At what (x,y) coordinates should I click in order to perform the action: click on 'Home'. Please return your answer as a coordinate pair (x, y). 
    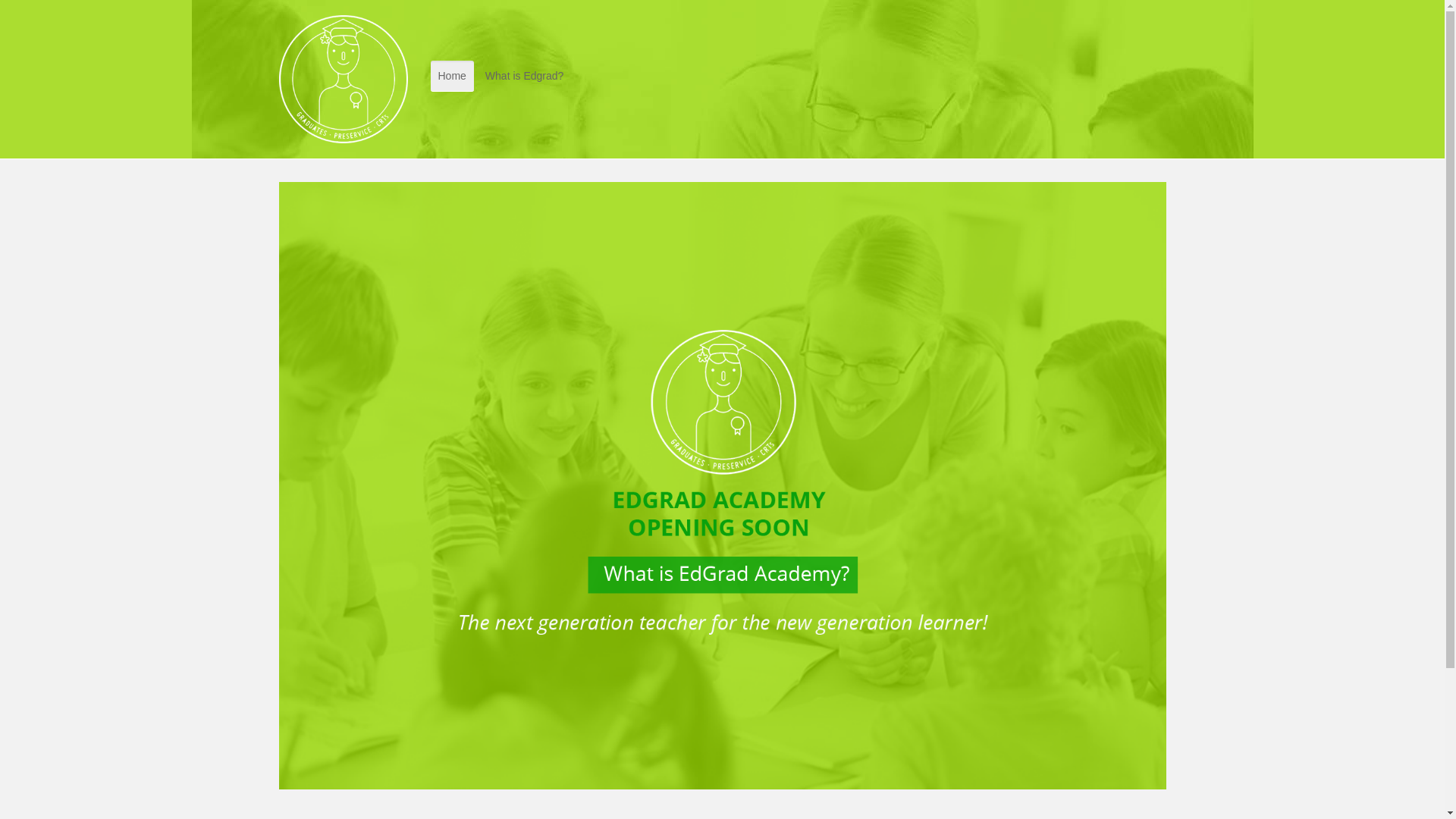
    Looking at the image, I should click on (451, 76).